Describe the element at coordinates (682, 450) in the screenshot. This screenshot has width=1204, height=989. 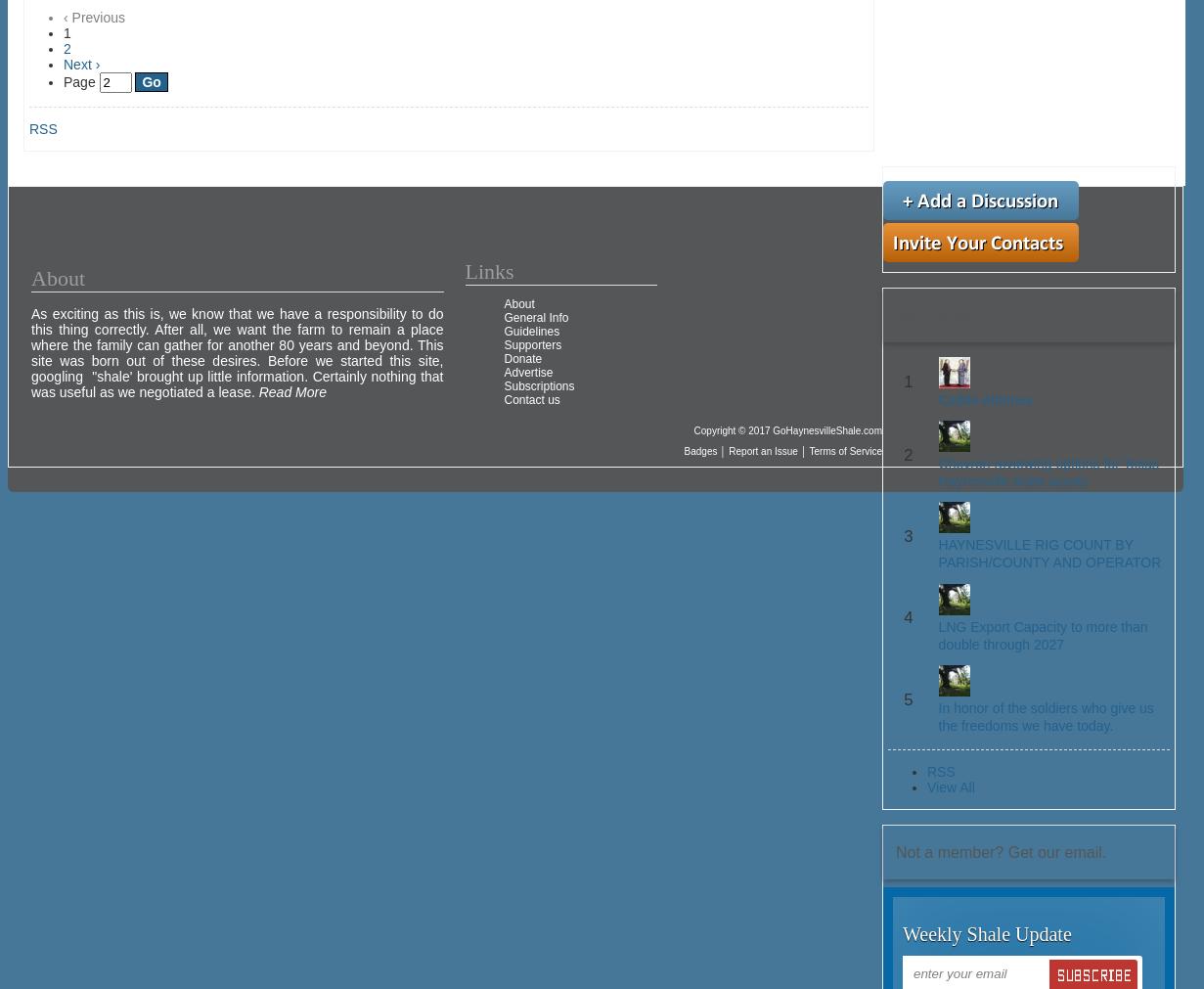
I see `'Badges'` at that location.